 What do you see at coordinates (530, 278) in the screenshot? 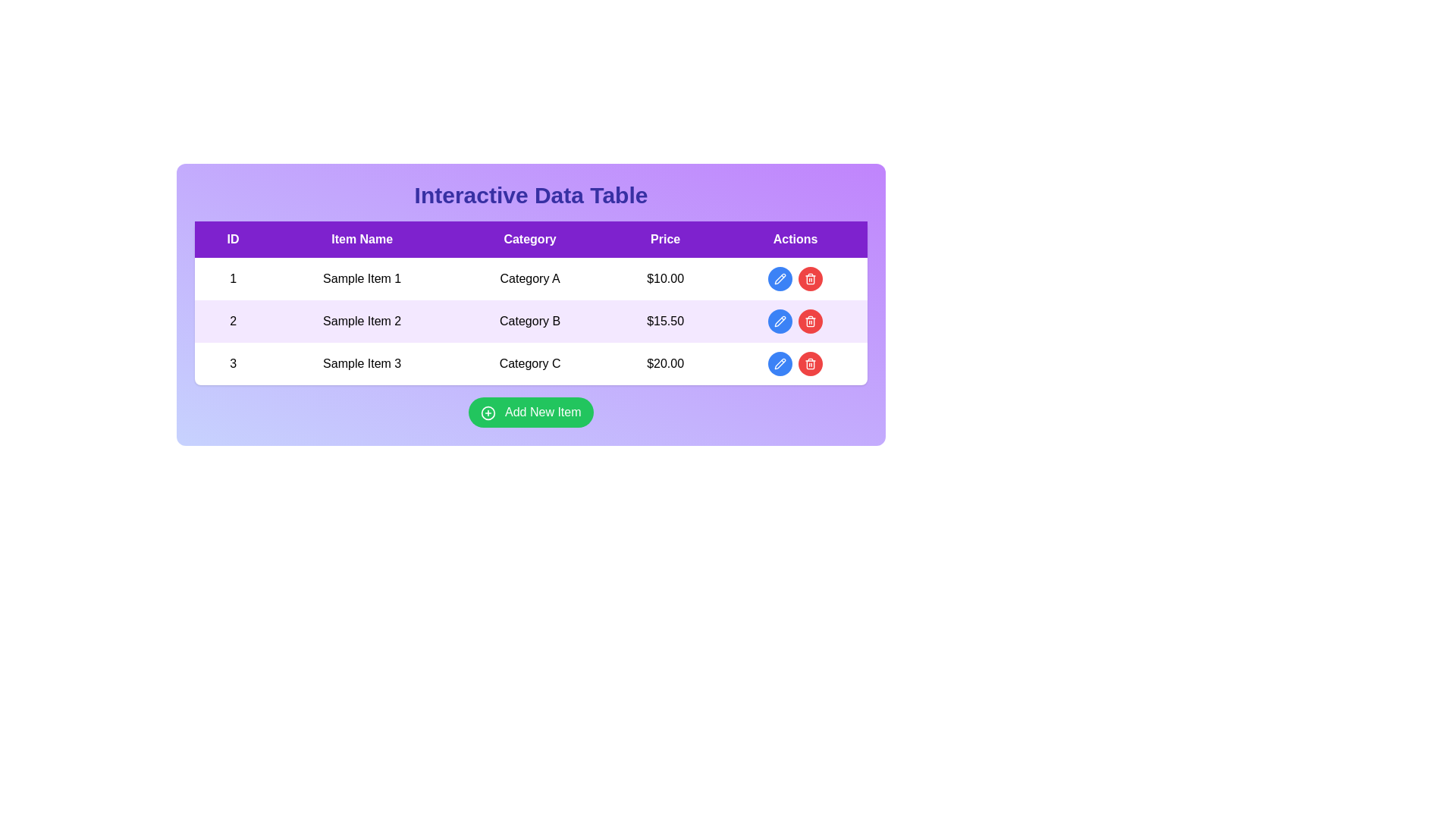
I see `the text label displaying 'Category A' in the first row of the data table, which is part of the 'Category' column` at bounding box center [530, 278].